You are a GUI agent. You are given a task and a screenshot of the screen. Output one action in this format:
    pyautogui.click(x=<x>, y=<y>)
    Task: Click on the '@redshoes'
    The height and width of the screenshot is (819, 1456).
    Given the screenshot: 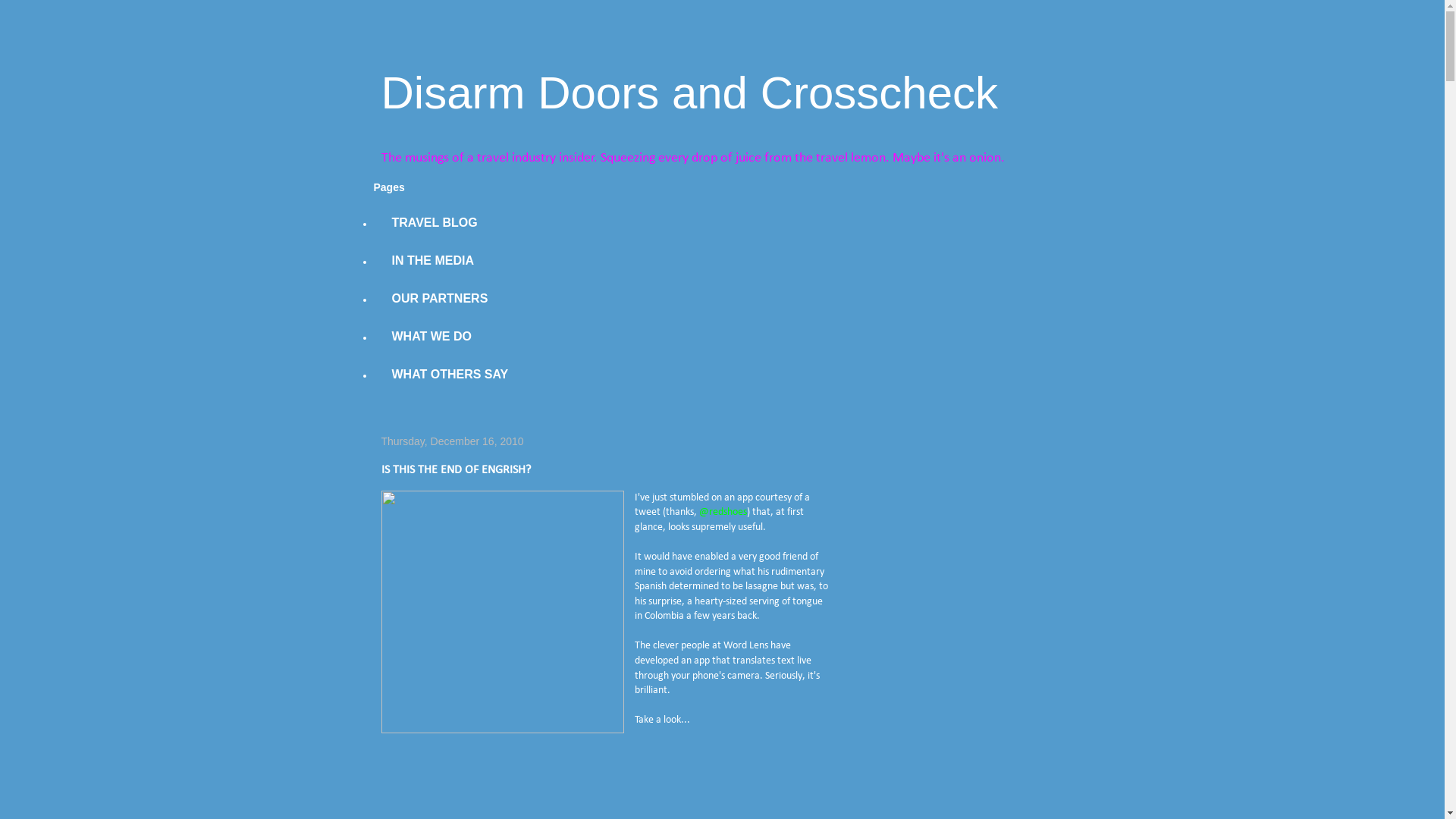 What is the action you would take?
    pyautogui.click(x=722, y=512)
    